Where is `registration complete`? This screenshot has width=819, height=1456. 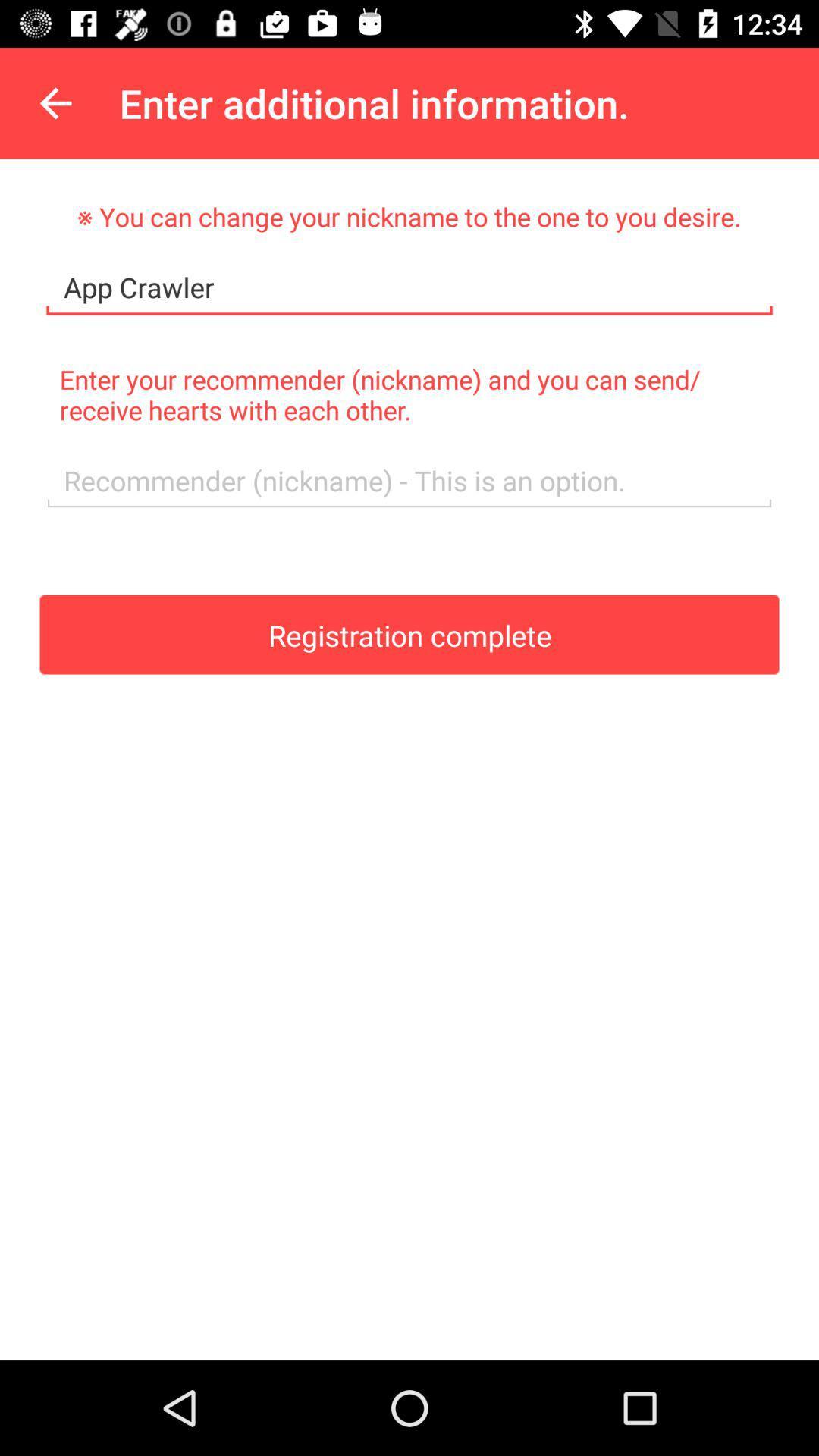 registration complete is located at coordinates (409, 634).